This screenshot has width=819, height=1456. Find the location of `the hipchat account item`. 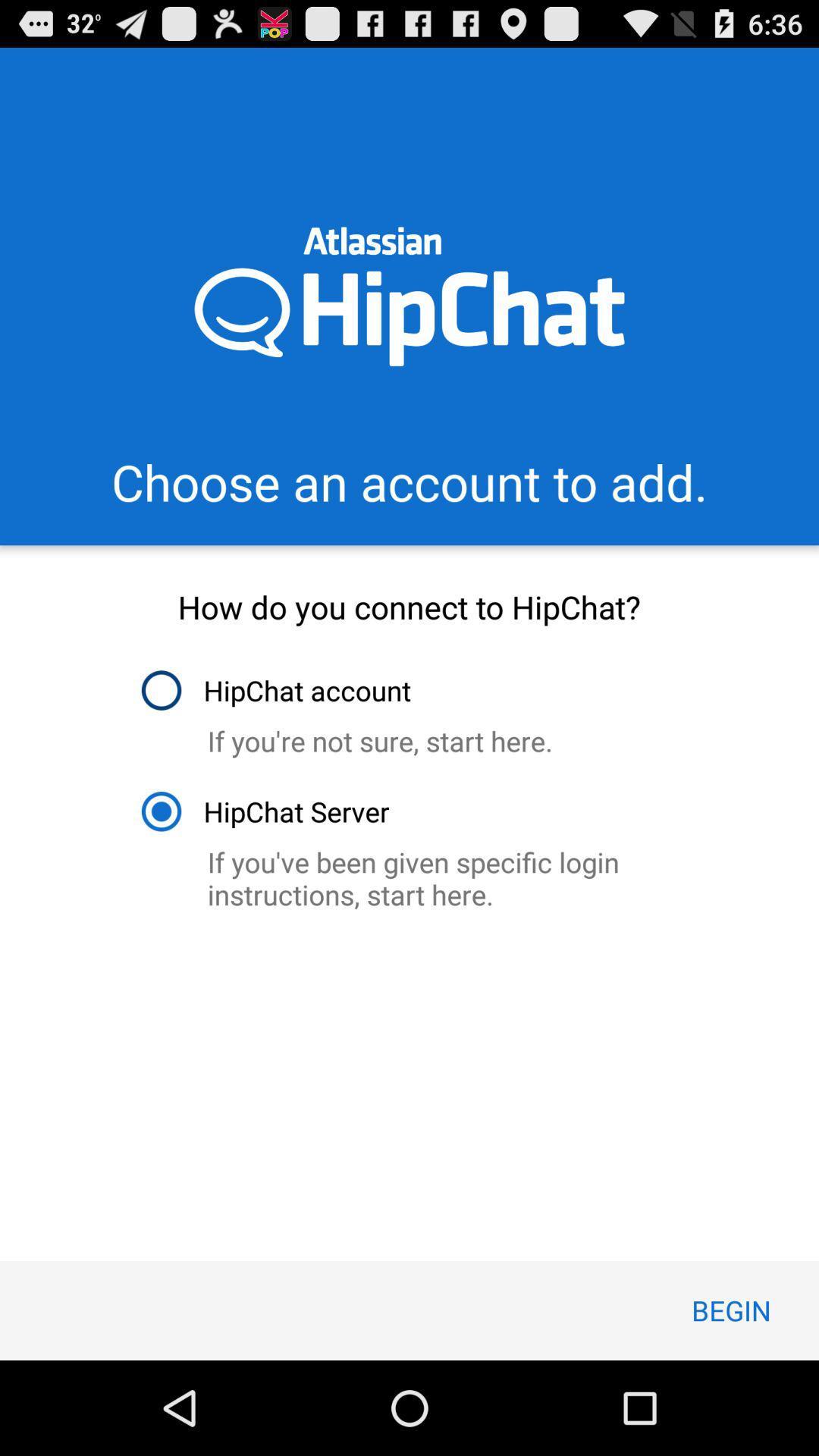

the hipchat account item is located at coordinates (275, 689).